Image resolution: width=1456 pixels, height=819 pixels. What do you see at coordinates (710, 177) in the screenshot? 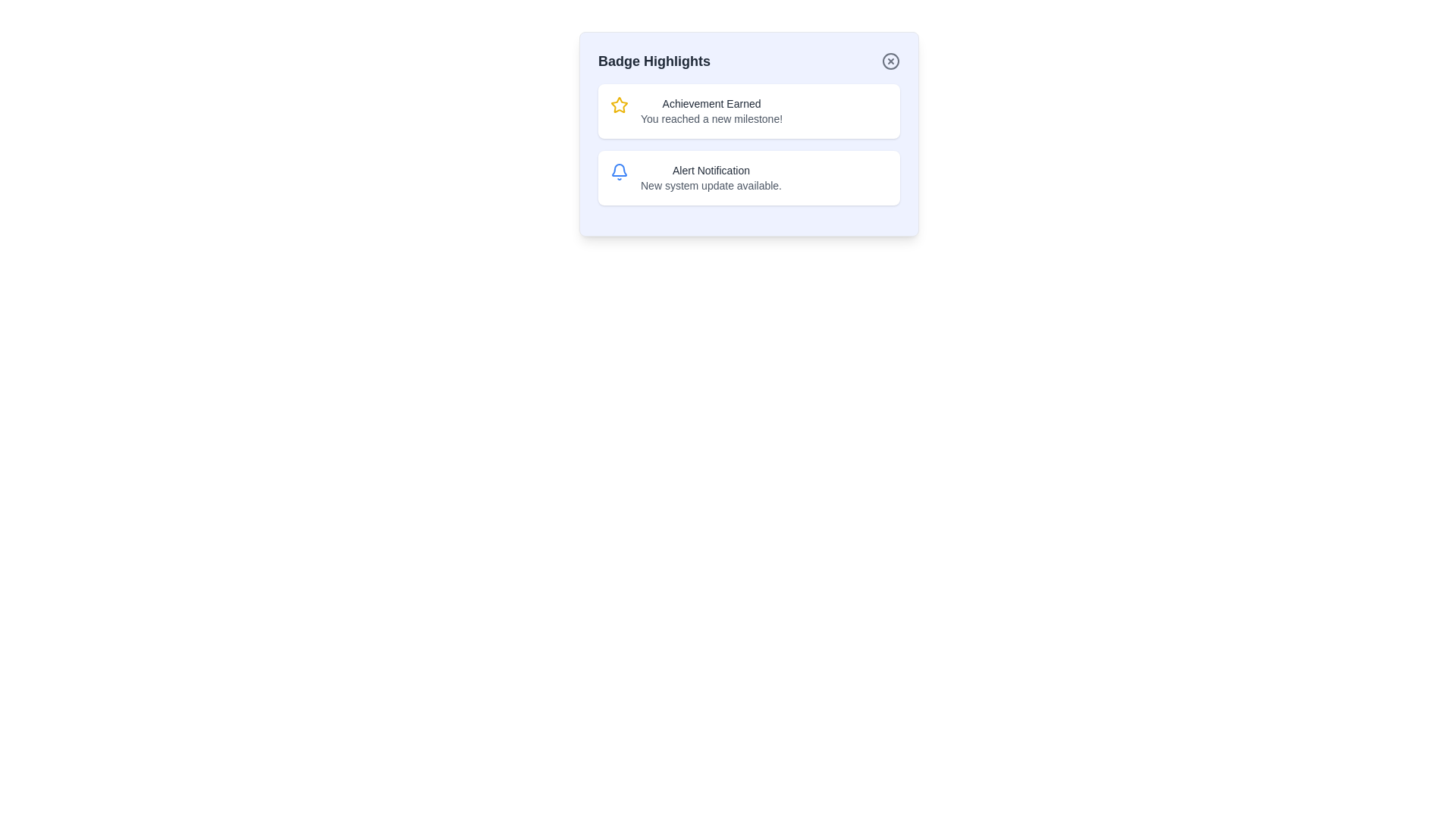
I see `text from the second notification entry in the 'Badge Highlights' section, which displays 'Alert Notification' and 'New system update available.'` at bounding box center [710, 177].